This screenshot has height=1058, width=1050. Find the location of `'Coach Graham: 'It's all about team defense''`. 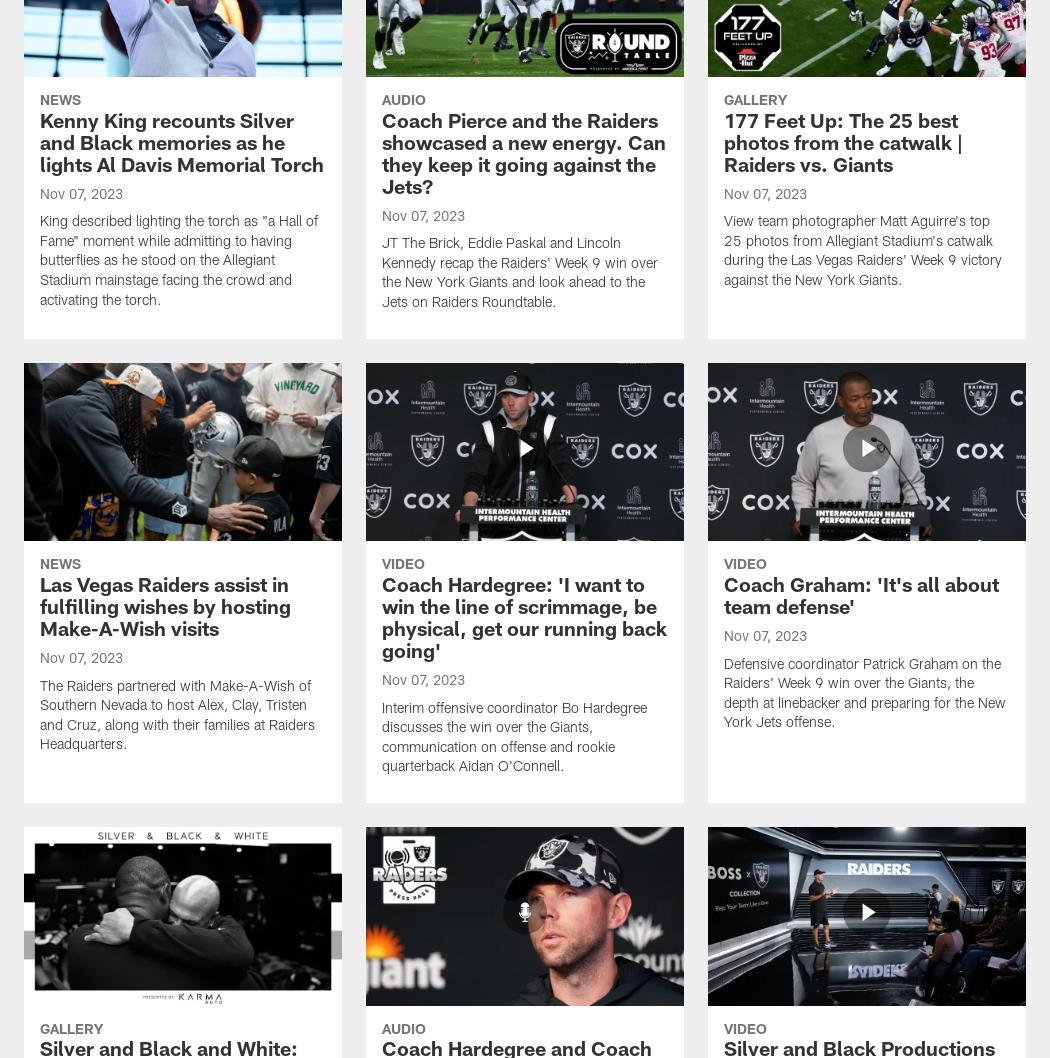

'Coach Graham: 'It's all about team defense'' is located at coordinates (722, 597).